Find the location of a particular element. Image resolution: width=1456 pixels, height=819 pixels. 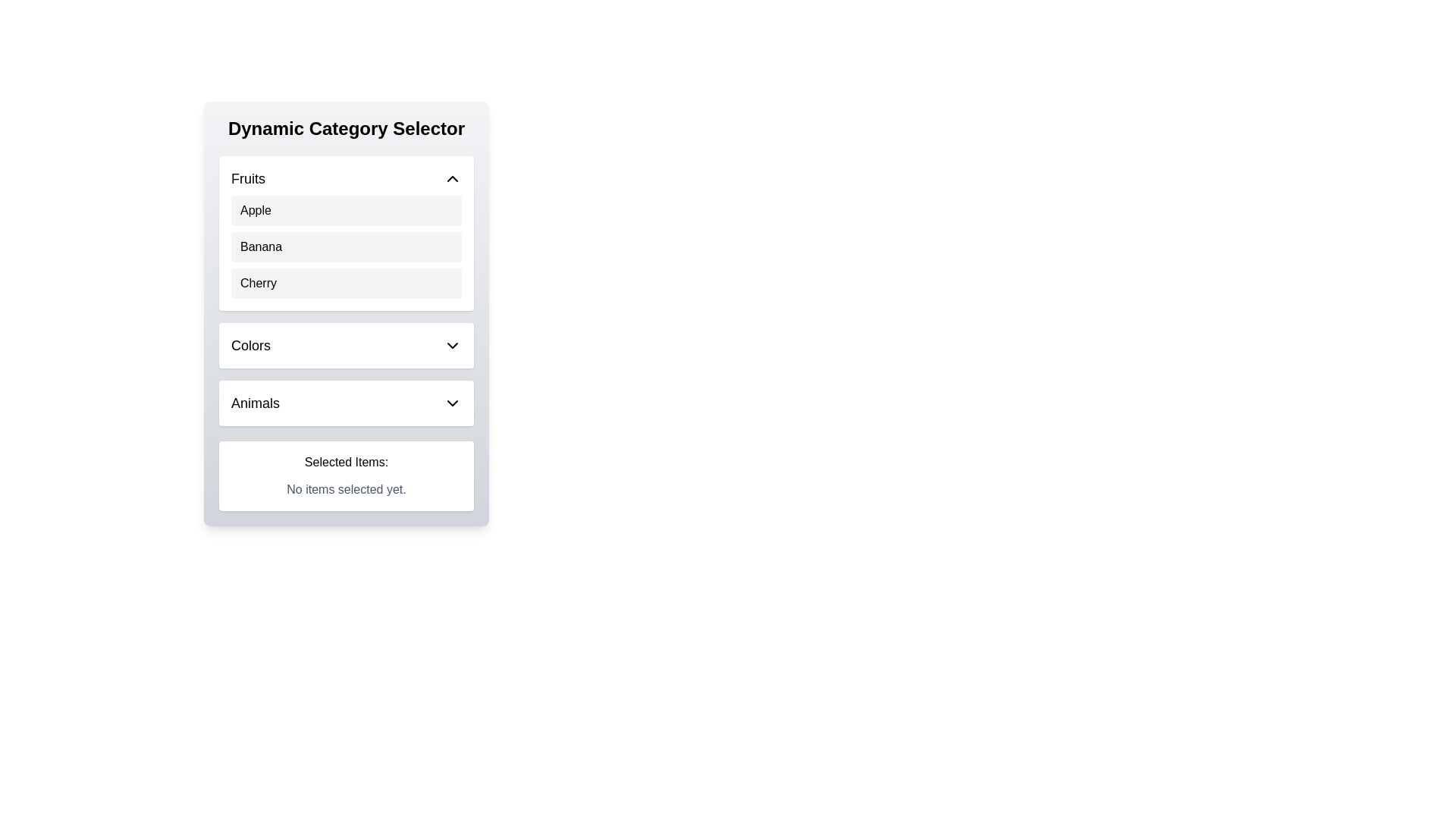

the 'Banana' text label in the Fruits section is located at coordinates (261, 246).